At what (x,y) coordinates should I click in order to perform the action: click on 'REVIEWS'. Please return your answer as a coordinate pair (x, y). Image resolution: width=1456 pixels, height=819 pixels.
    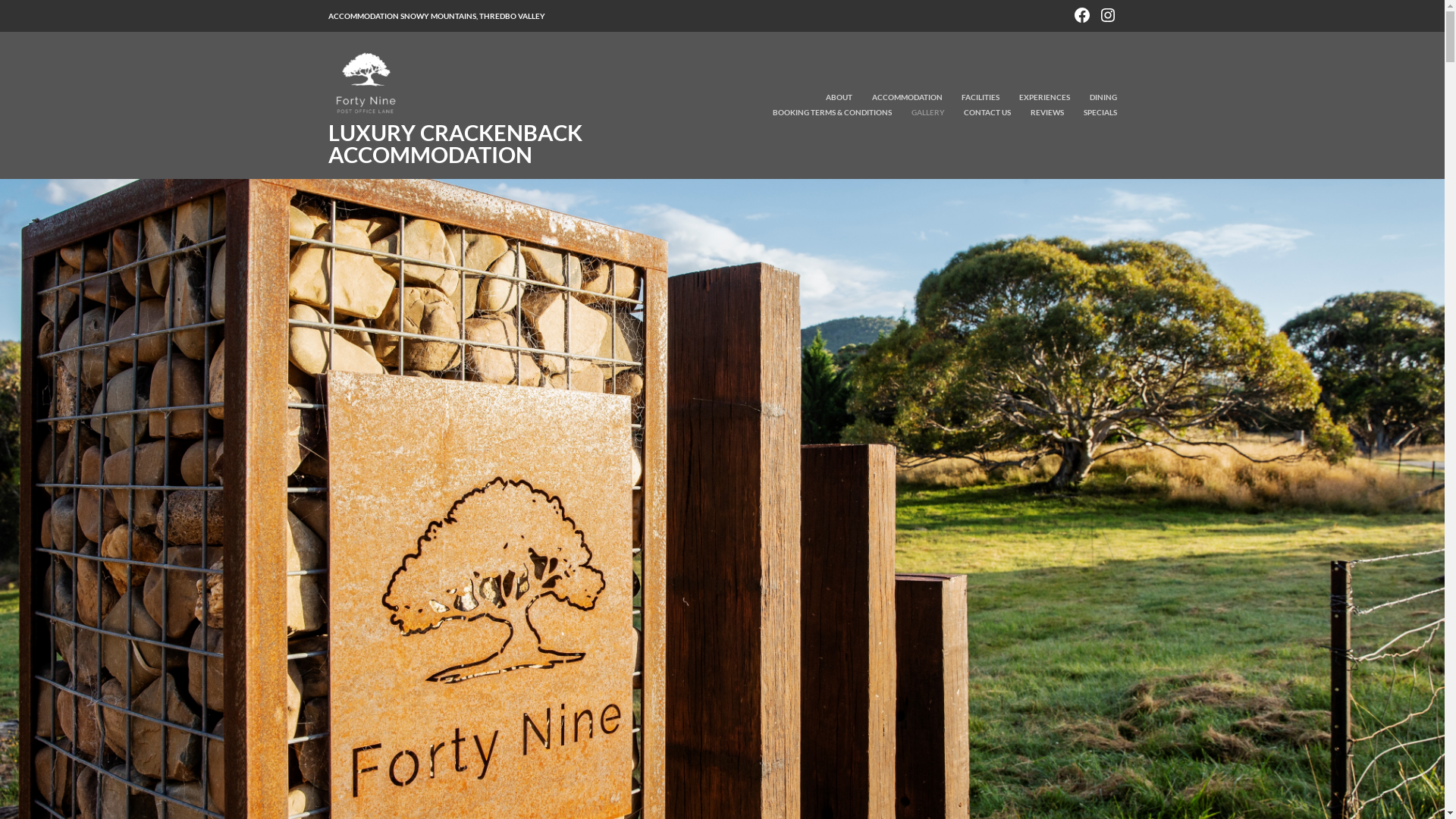
    Looking at the image, I should click on (1037, 112).